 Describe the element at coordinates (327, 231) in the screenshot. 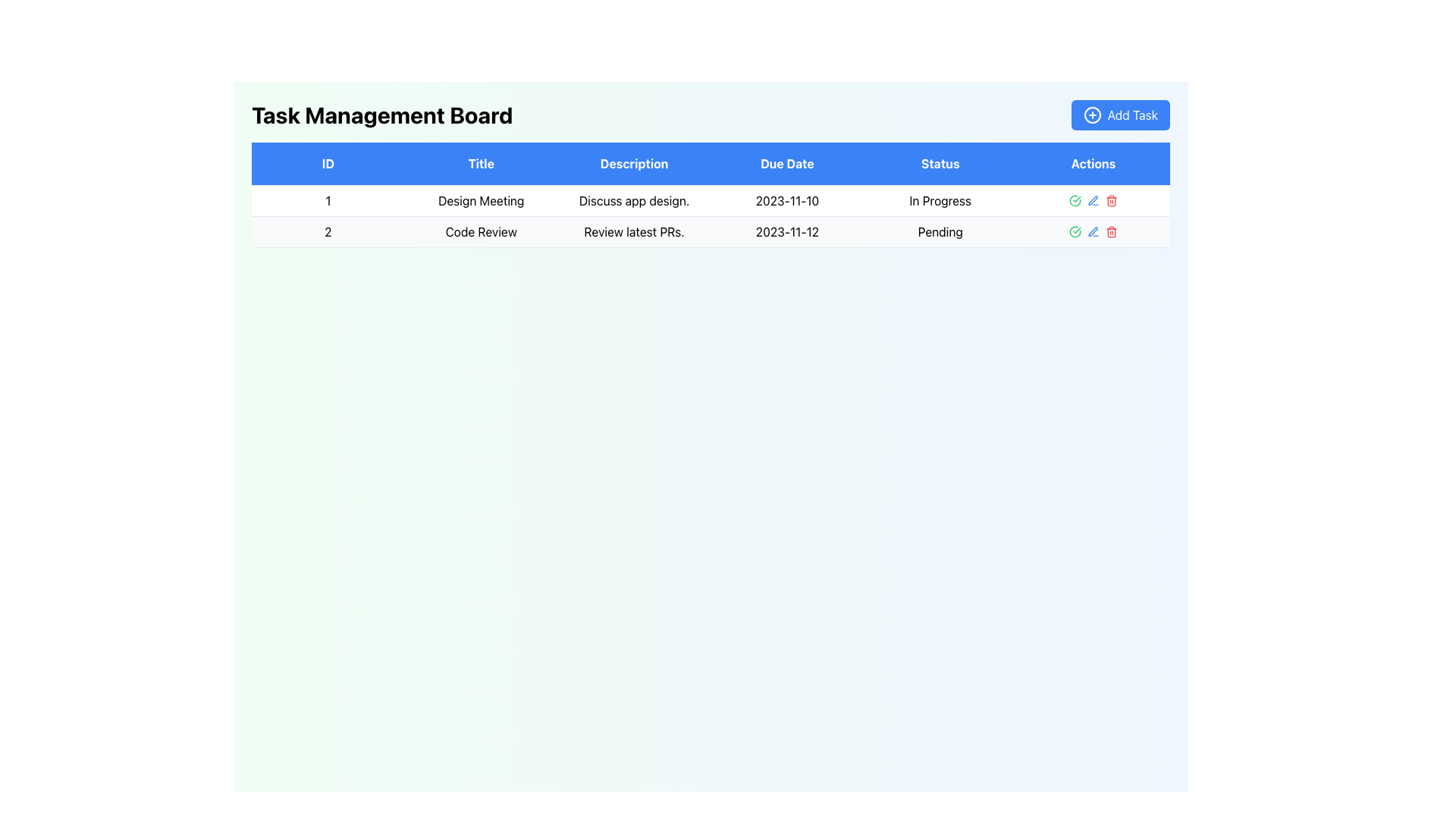

I see `the first cell of the second row in the task management table under the 'ID' column` at that location.